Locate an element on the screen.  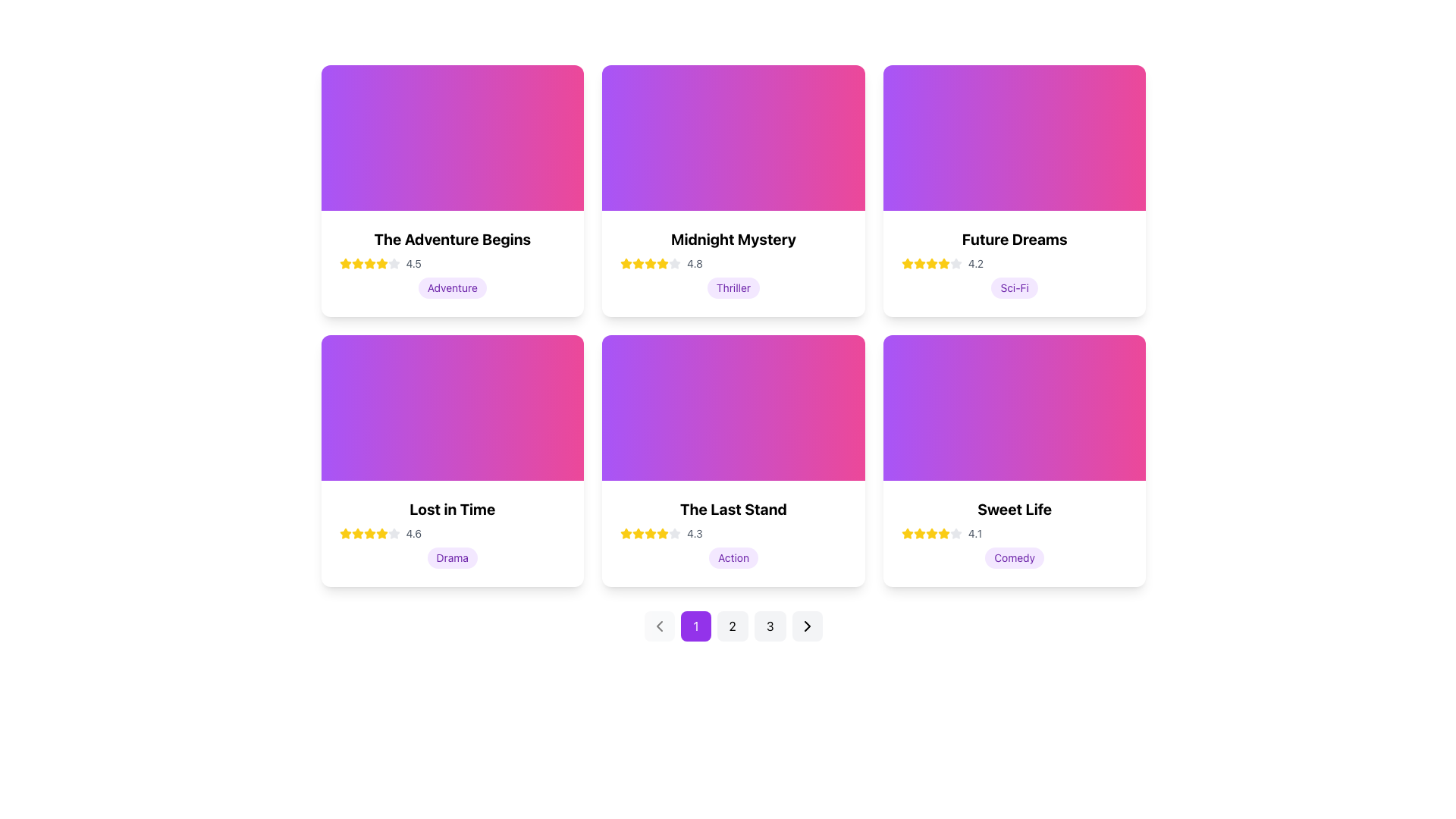
the 'Comedy' genre badge located in the bottom-right corner of the 'Sweet Life' card, positioned below the rating and title is located at coordinates (1015, 558).